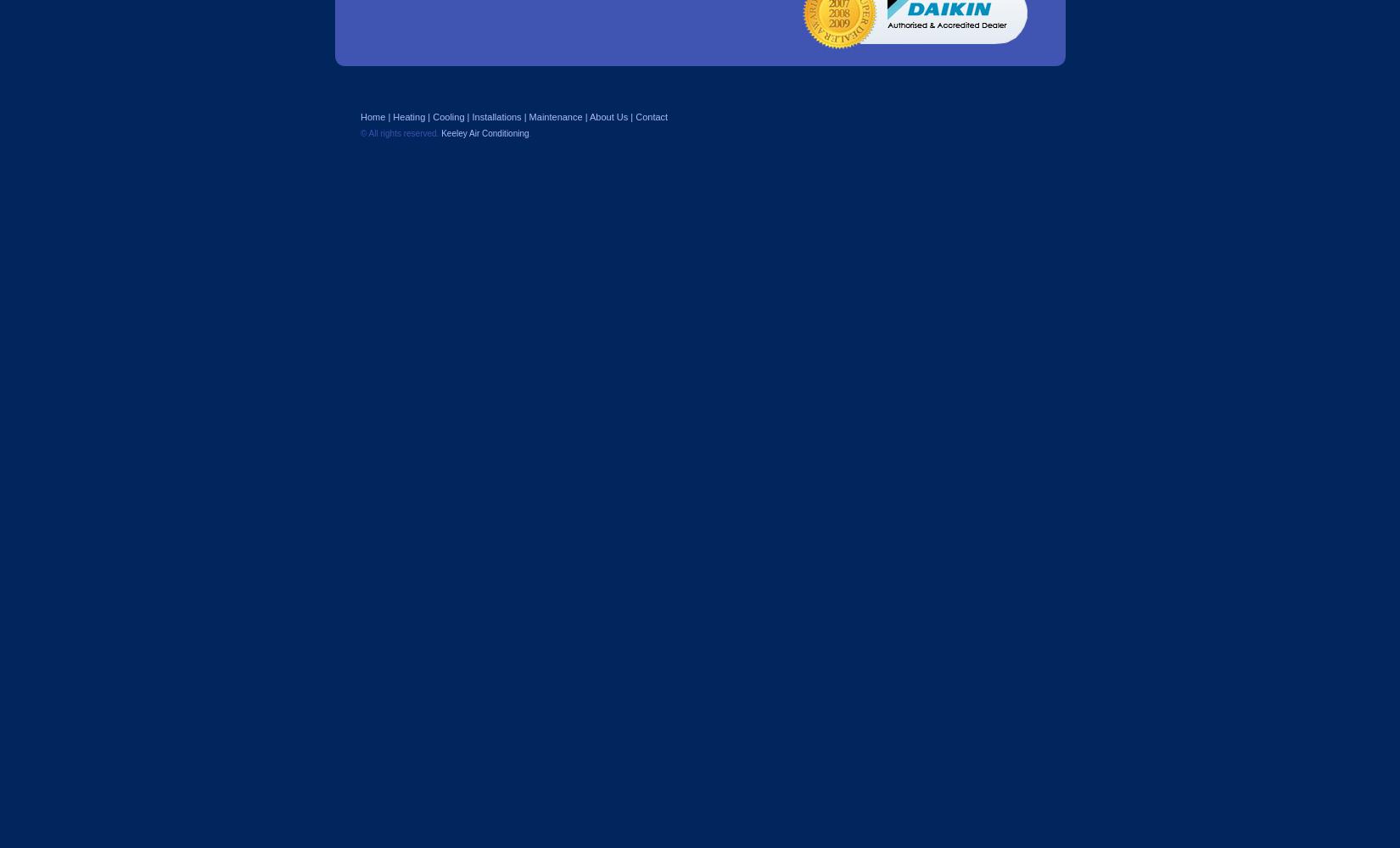 Image resolution: width=1400 pixels, height=848 pixels. Describe the element at coordinates (529, 133) in the screenshot. I see `'.'` at that location.